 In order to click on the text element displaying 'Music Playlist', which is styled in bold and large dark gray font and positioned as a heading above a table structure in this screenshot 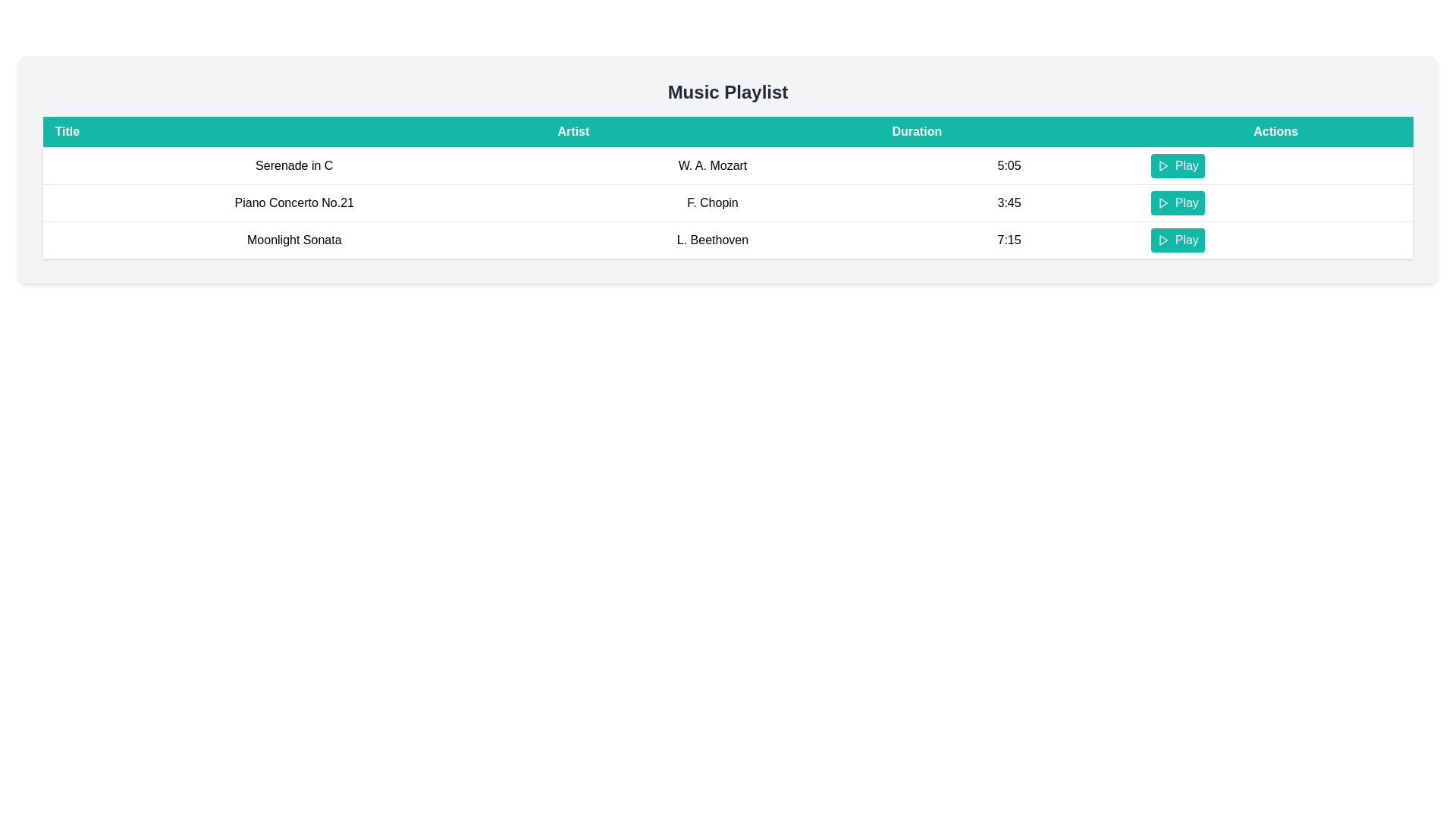, I will do `click(728, 93)`.